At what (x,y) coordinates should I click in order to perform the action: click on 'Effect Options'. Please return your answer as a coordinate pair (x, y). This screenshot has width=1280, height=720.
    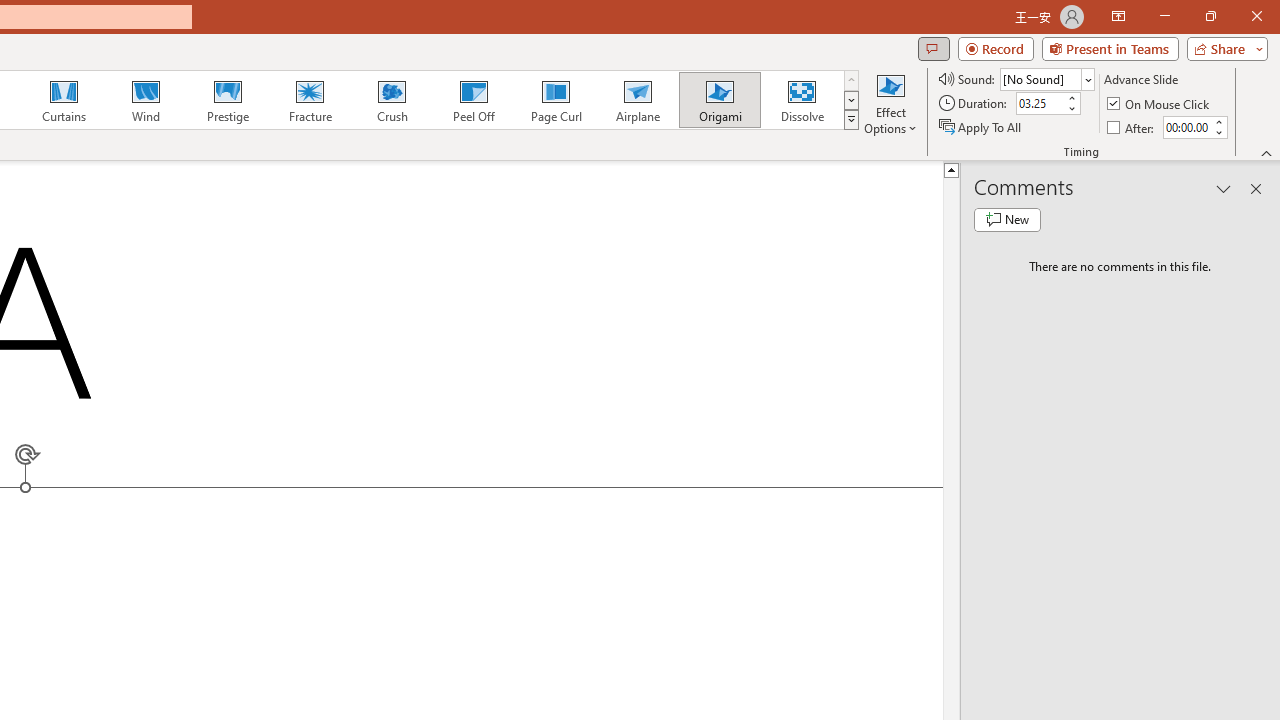
    Looking at the image, I should click on (889, 103).